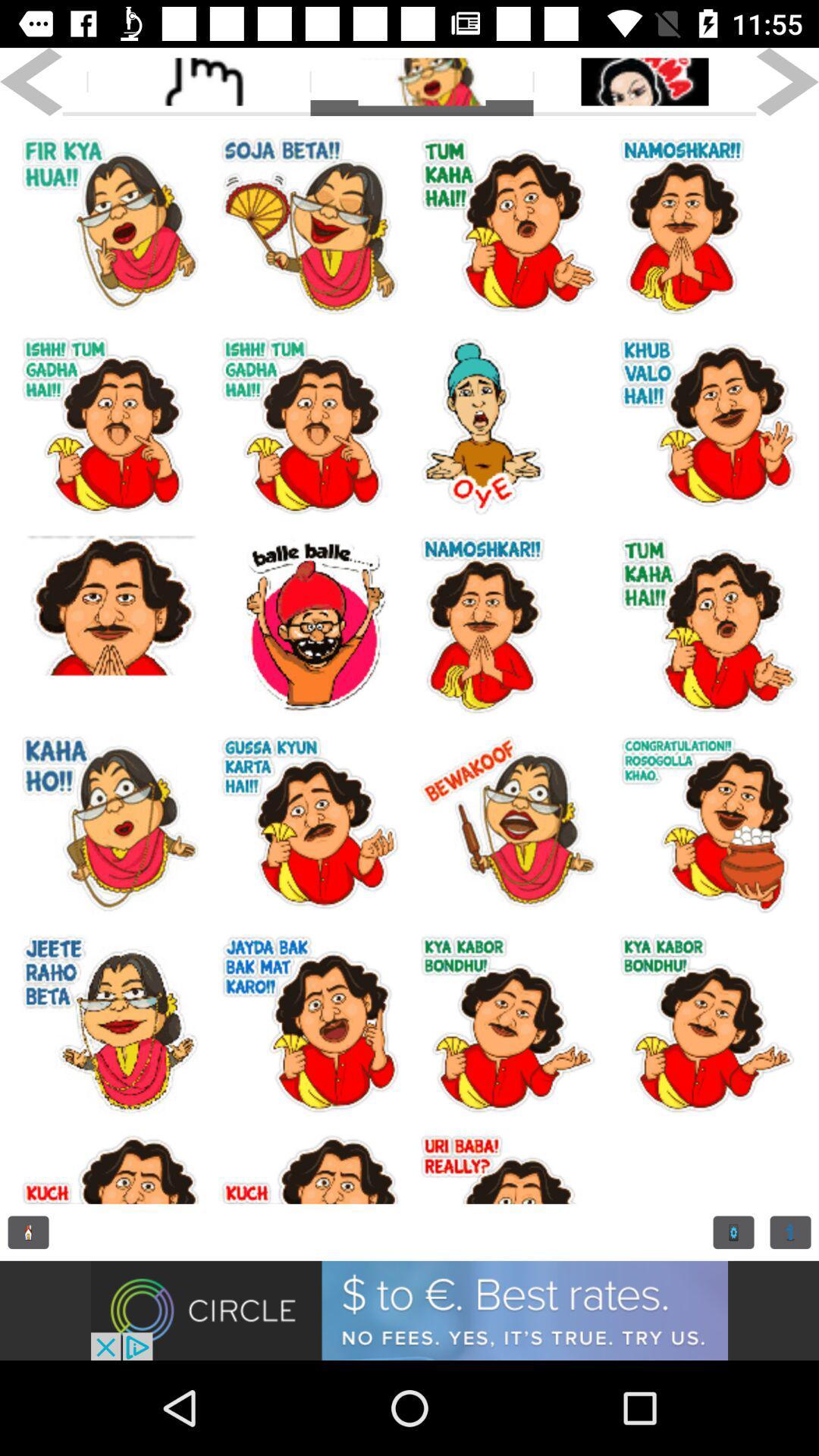  Describe the element at coordinates (733, 1232) in the screenshot. I see `the add icon` at that location.